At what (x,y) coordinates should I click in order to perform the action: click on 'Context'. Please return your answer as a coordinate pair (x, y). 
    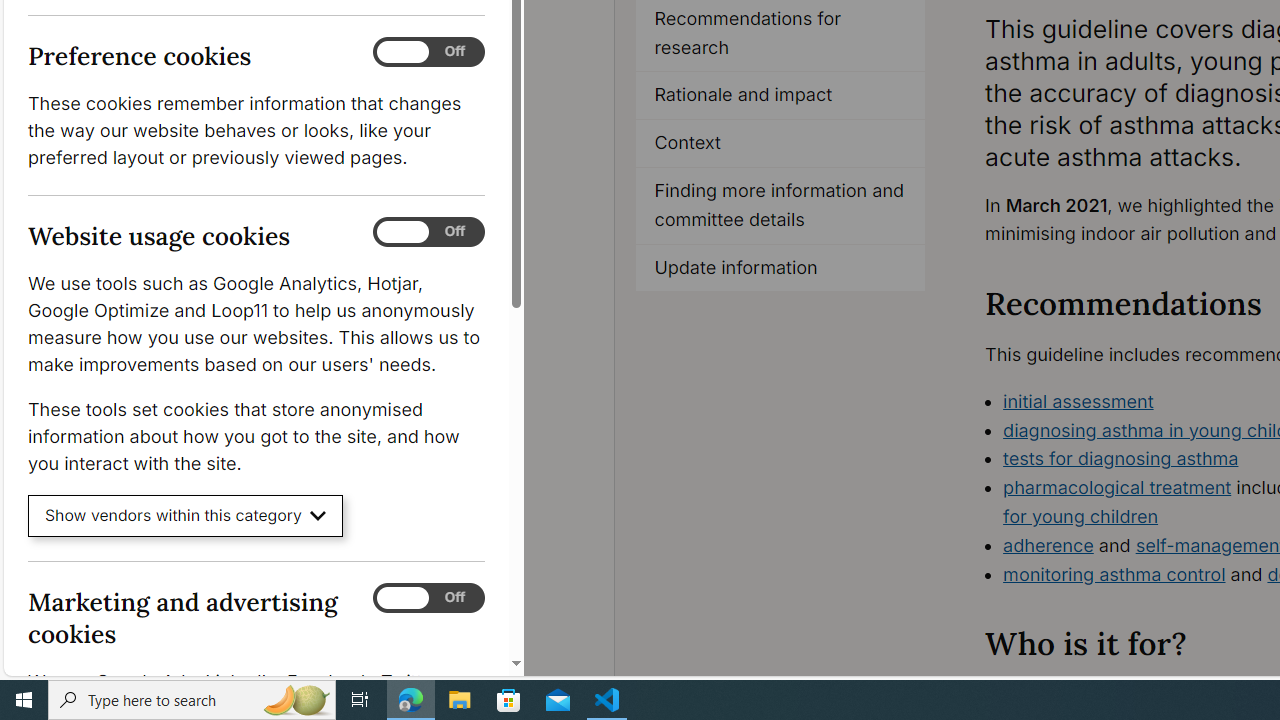
    Looking at the image, I should click on (780, 143).